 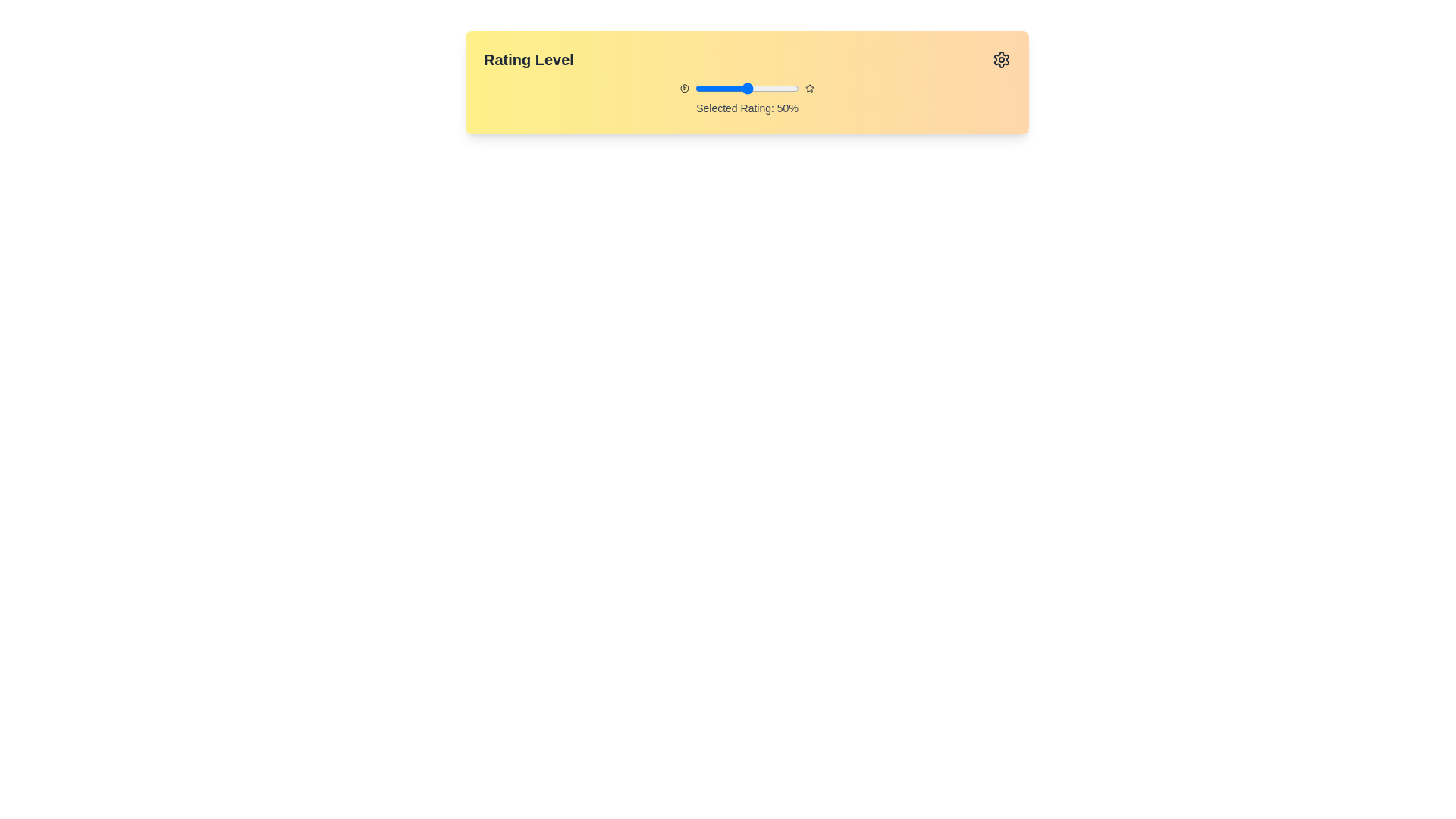 I want to click on the slider, so click(x=739, y=88).